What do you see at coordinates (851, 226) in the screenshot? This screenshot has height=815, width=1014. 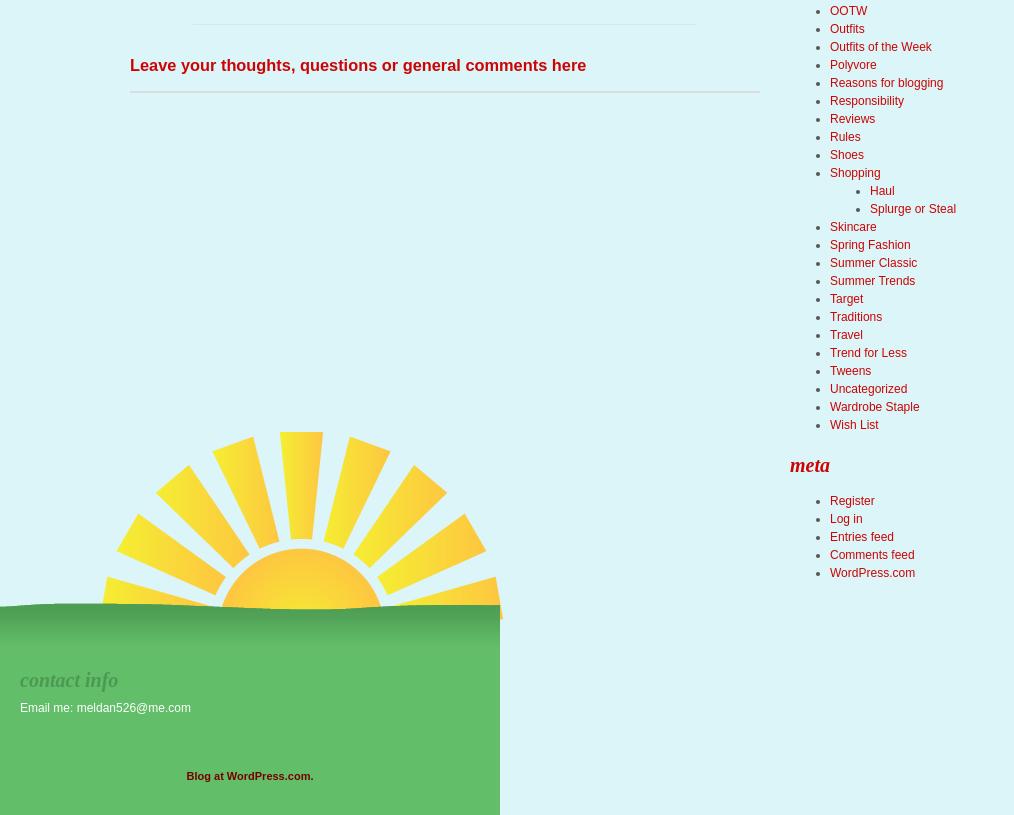 I see `'Skincare'` at bounding box center [851, 226].